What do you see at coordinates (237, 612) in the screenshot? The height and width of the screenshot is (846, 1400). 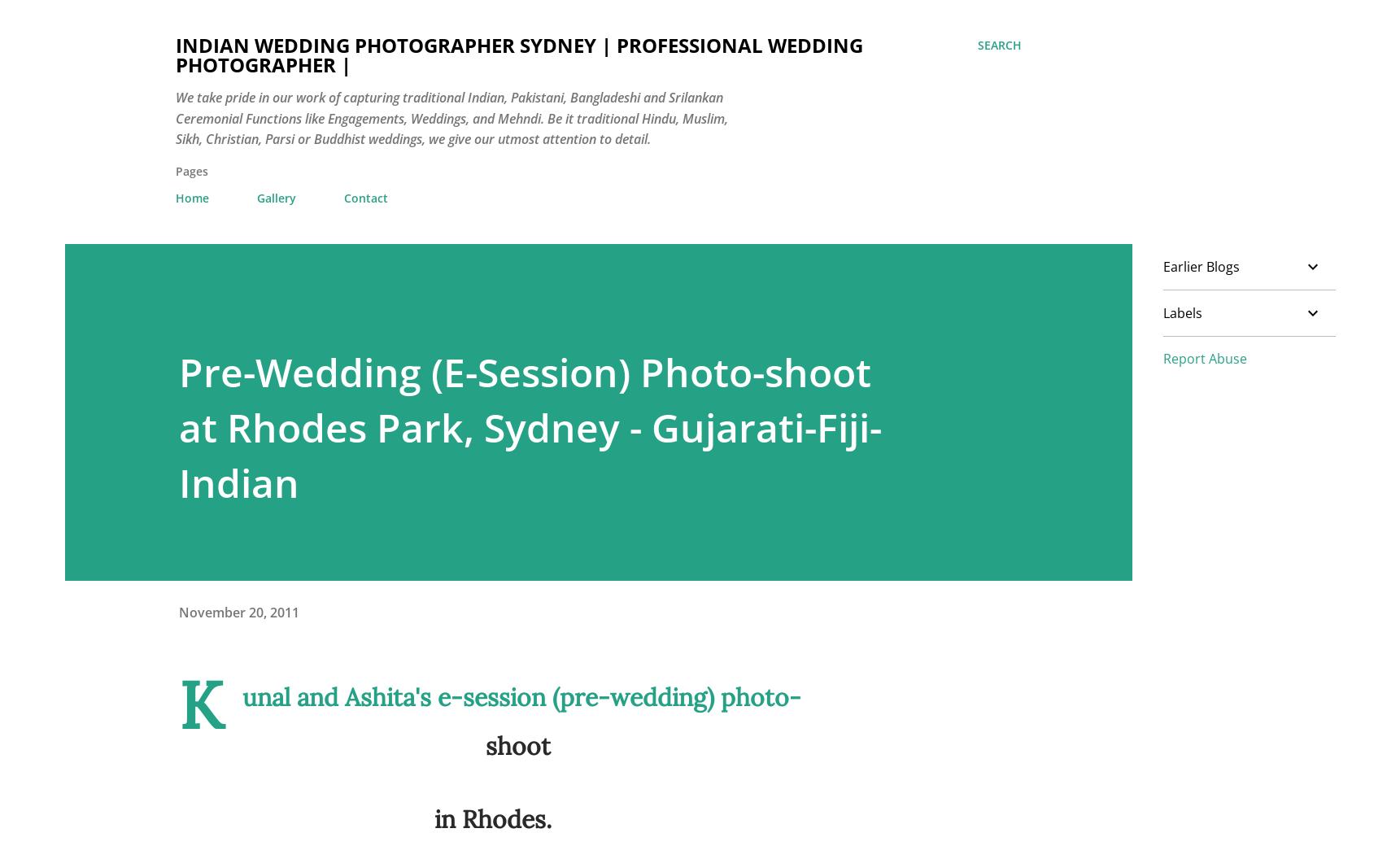 I see `'November 20, 2011'` at bounding box center [237, 612].